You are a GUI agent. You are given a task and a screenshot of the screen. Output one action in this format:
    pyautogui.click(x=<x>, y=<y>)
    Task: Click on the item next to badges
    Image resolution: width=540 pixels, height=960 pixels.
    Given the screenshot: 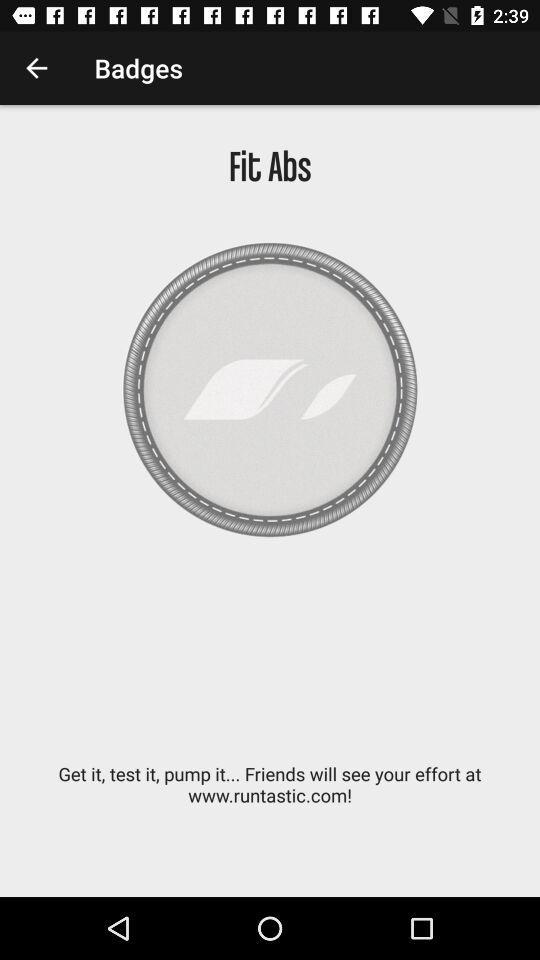 What is the action you would take?
    pyautogui.click(x=36, y=68)
    